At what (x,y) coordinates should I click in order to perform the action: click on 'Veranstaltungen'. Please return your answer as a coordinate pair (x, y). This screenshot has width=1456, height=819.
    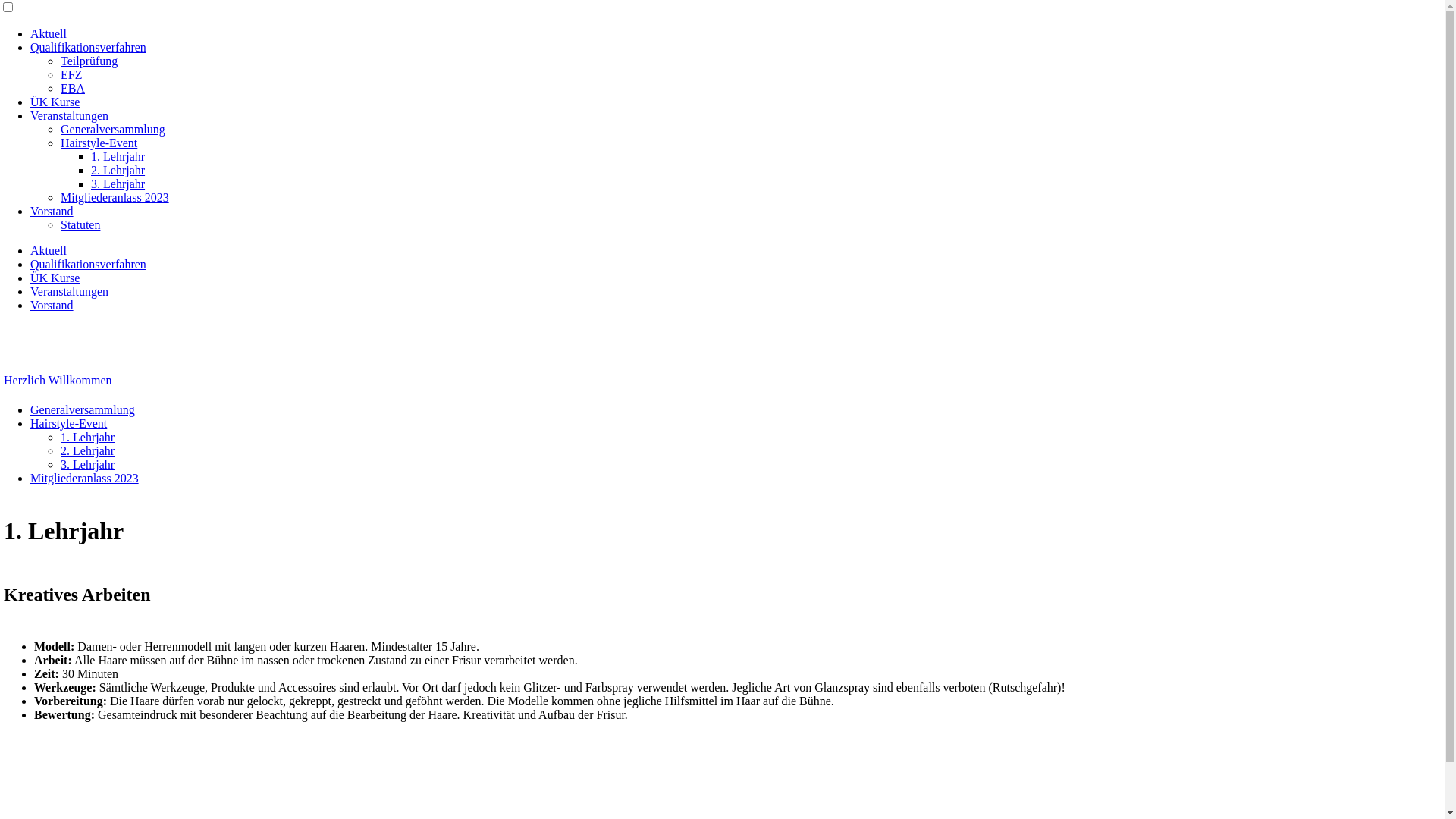
    Looking at the image, I should click on (68, 291).